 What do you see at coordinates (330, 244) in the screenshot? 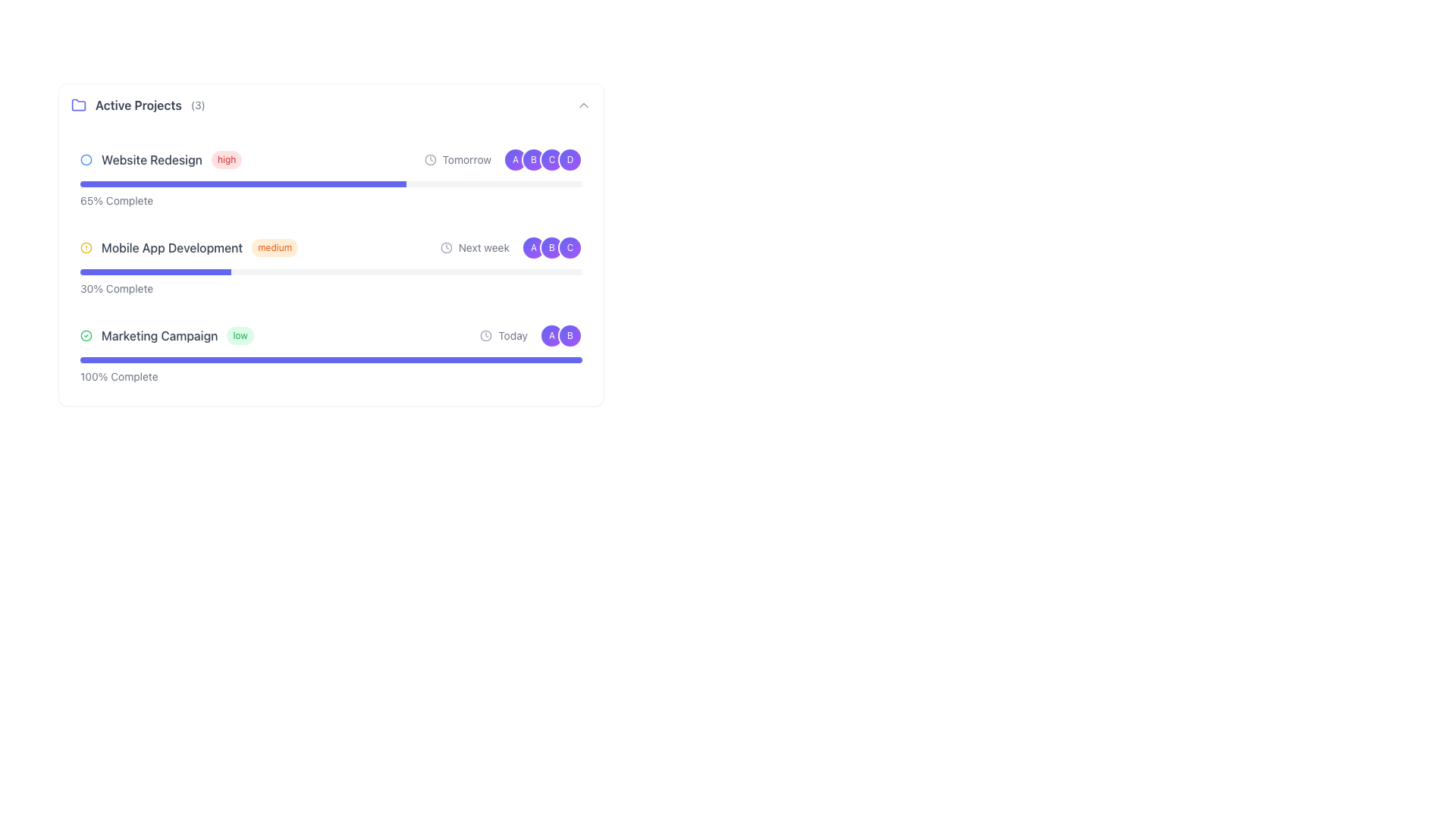
I see `the second project card in the 'Active Projects (3)' section` at bounding box center [330, 244].